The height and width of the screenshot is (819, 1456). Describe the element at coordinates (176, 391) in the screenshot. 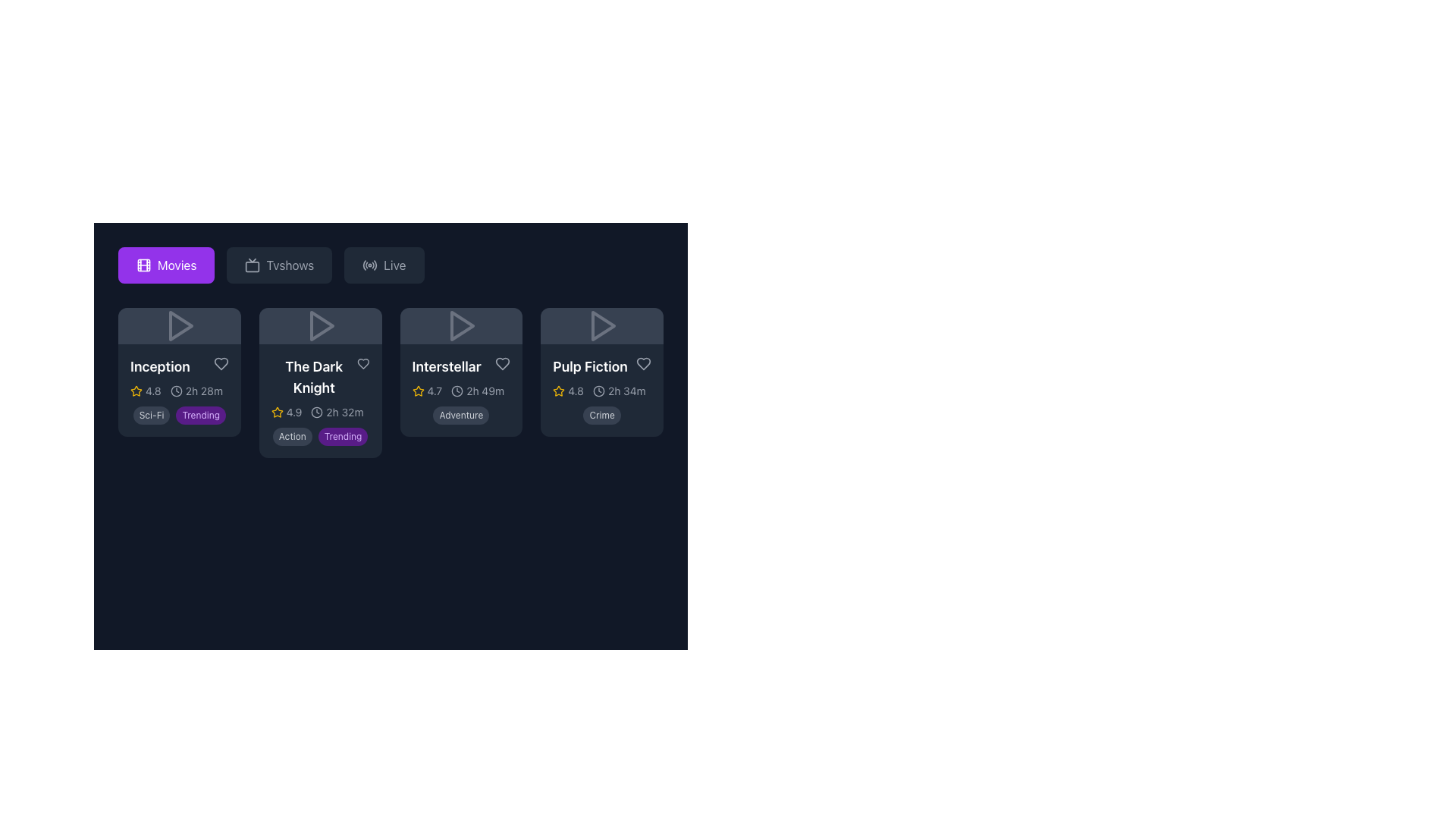

I see `the decorative SVG Circle that is part of the clock icon, centered within the first movie card titled 'Inception', located above the text '2h 28m' under the 'Movies' tab` at that location.